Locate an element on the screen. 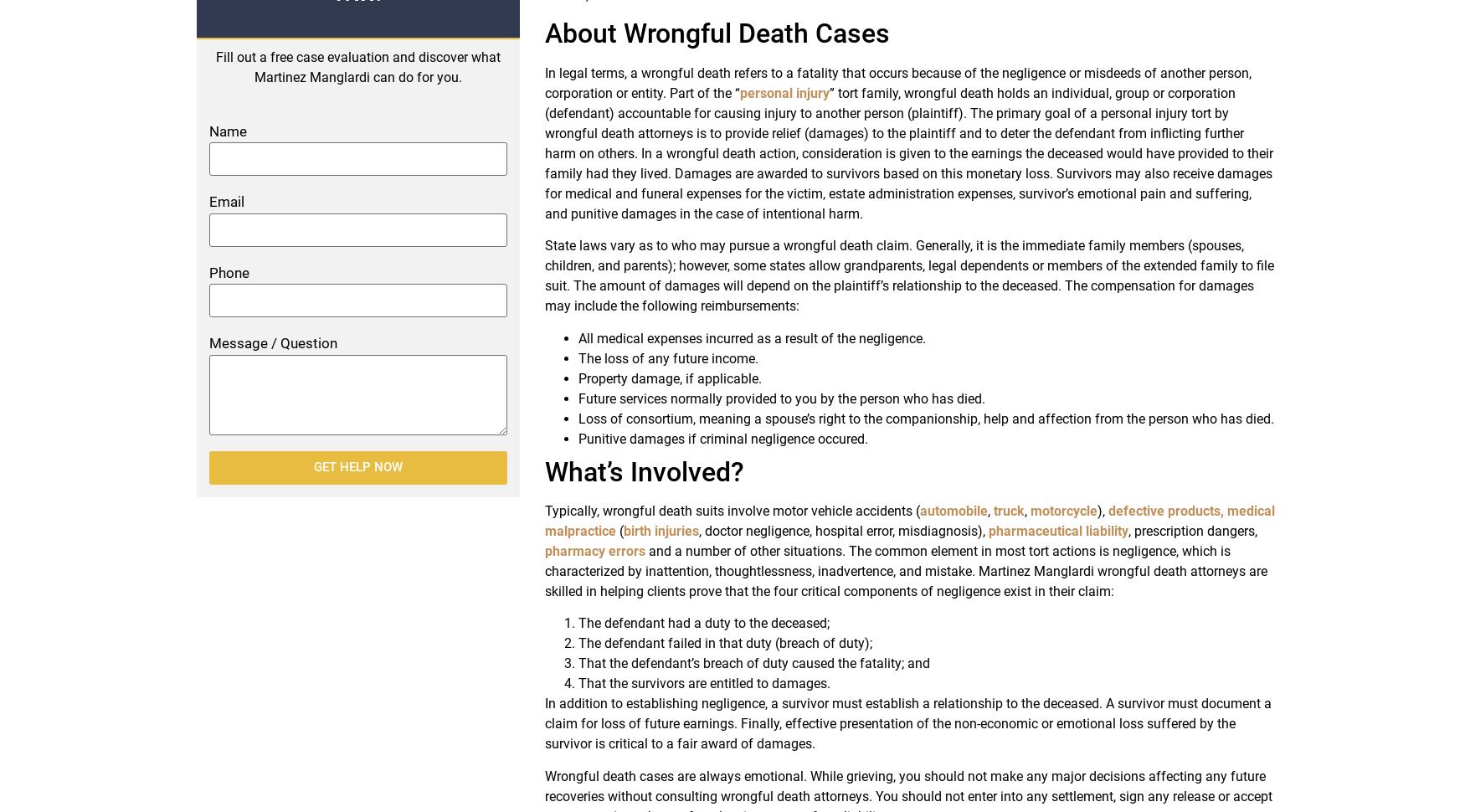 This screenshot has height=812, width=1465. 'Phone' is located at coordinates (229, 272).